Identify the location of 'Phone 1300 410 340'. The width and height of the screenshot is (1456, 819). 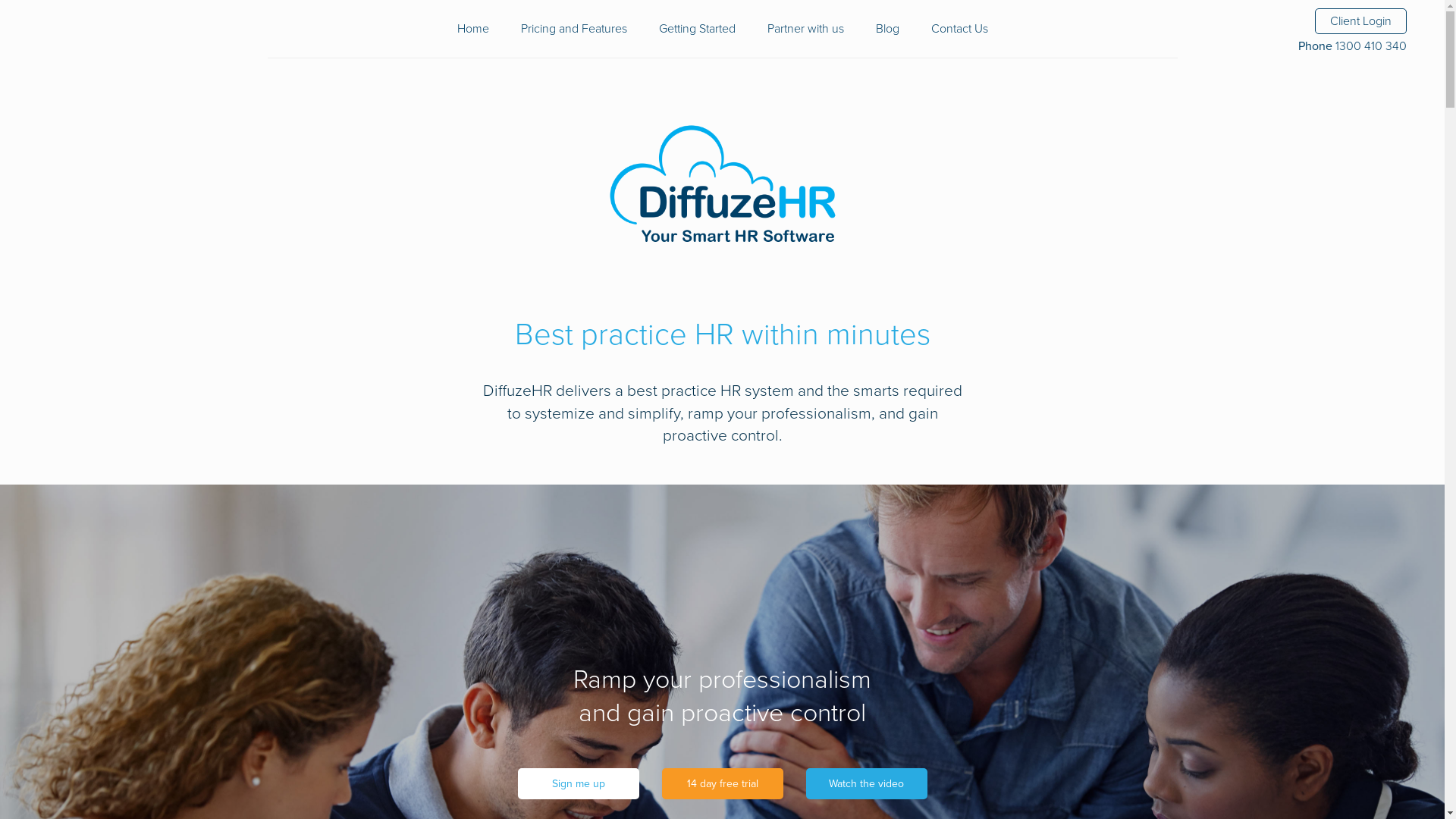
(1298, 45).